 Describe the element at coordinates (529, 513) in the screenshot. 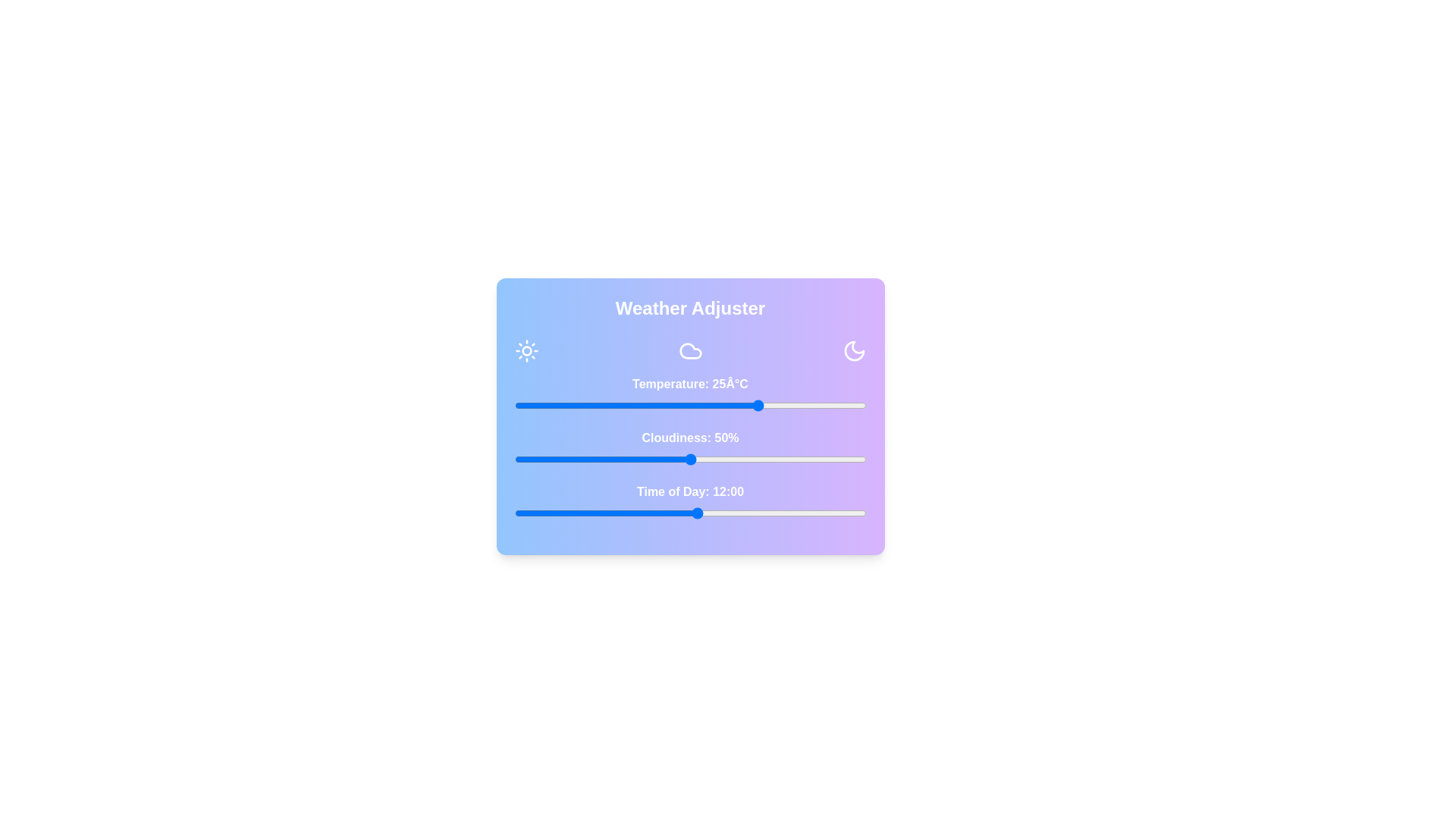

I see `the time of day` at that location.